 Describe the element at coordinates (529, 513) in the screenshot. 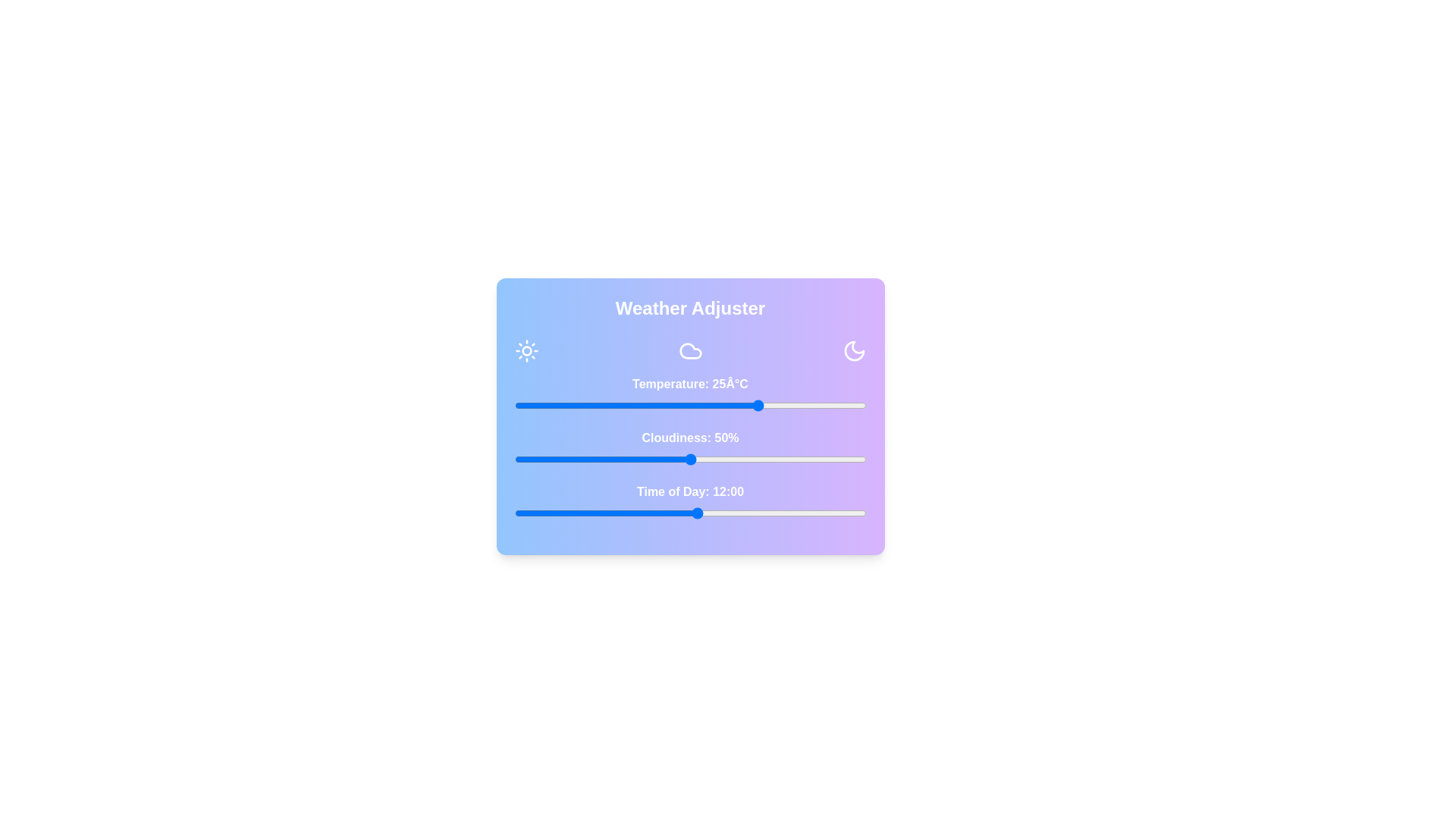

I see `the time of day` at that location.